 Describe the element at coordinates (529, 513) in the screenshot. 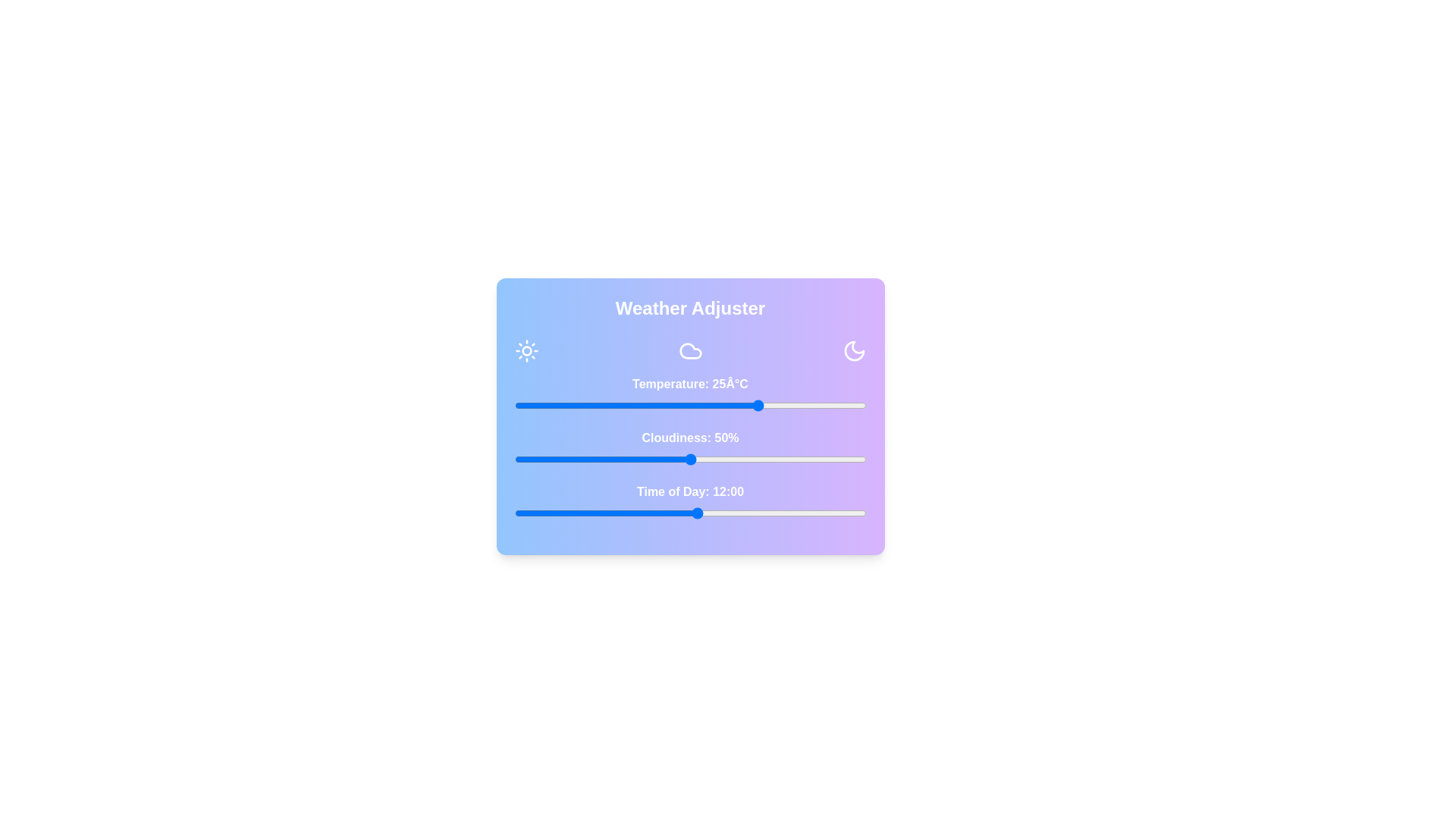

I see `the time of day` at that location.